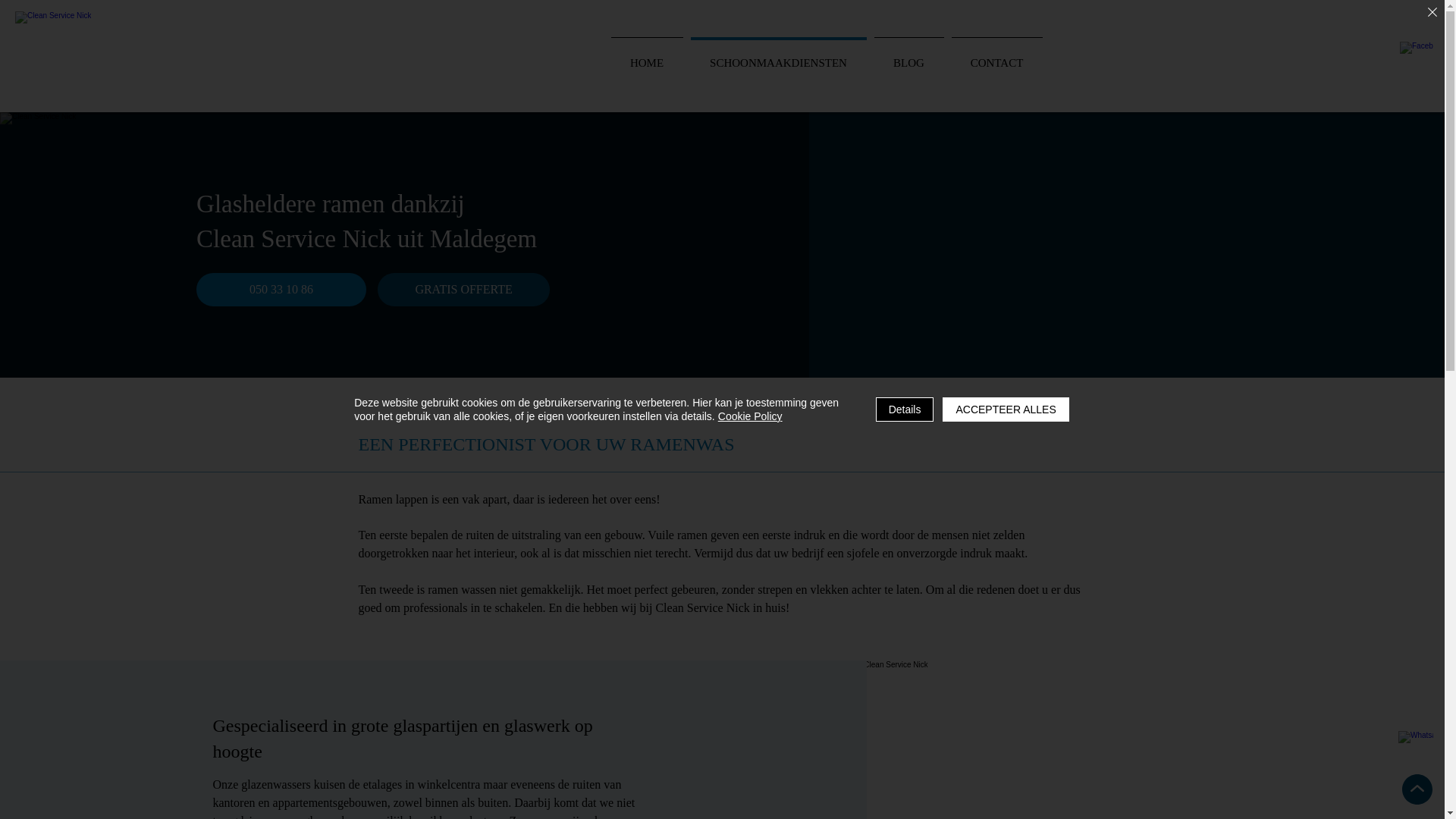 The image size is (1456, 819). Describe the element at coordinates (686, 55) in the screenshot. I see `'SCHOONMAAKDIENSTEN'` at that location.